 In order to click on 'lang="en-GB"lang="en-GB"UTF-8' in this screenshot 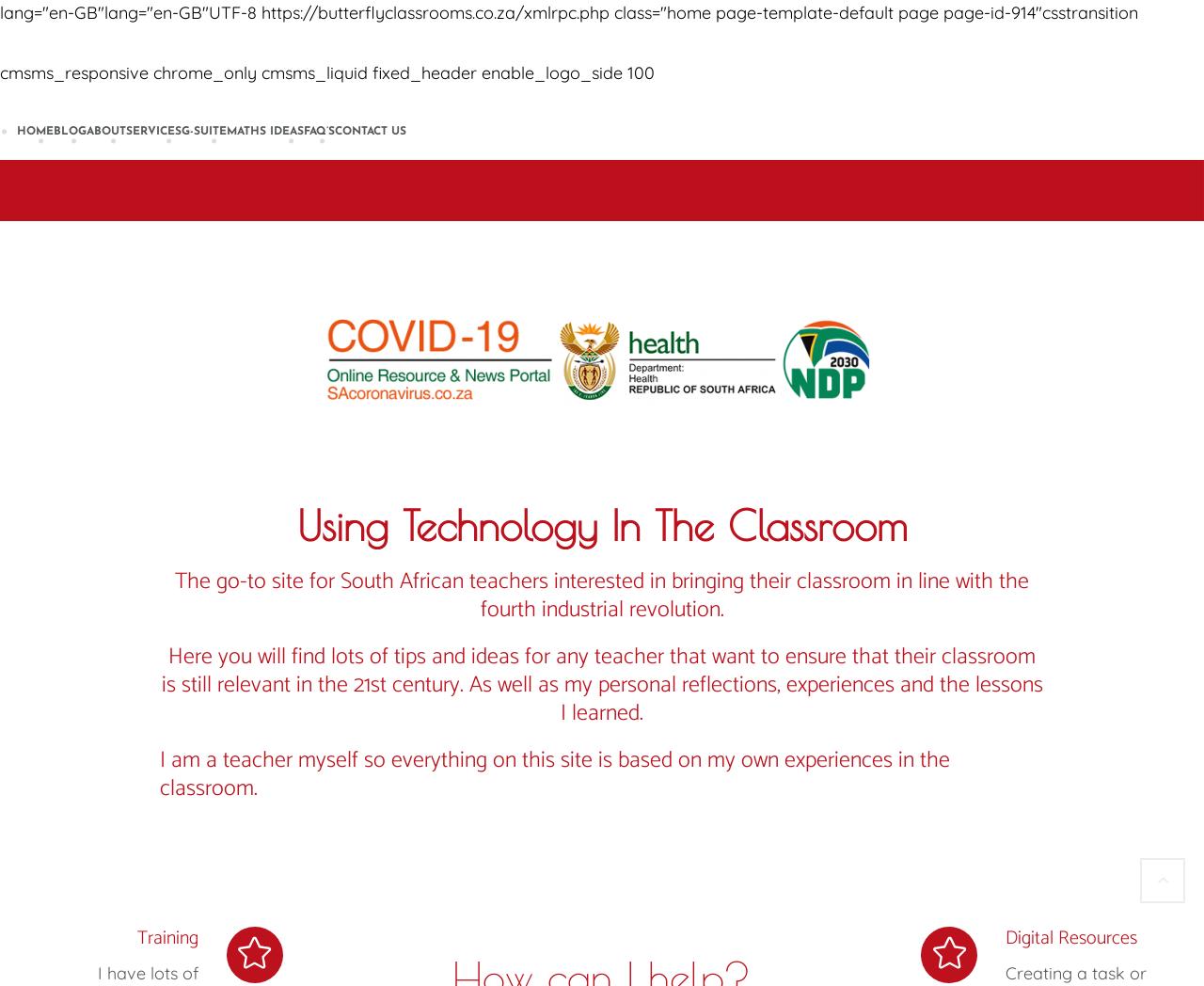, I will do `click(127, 11)`.